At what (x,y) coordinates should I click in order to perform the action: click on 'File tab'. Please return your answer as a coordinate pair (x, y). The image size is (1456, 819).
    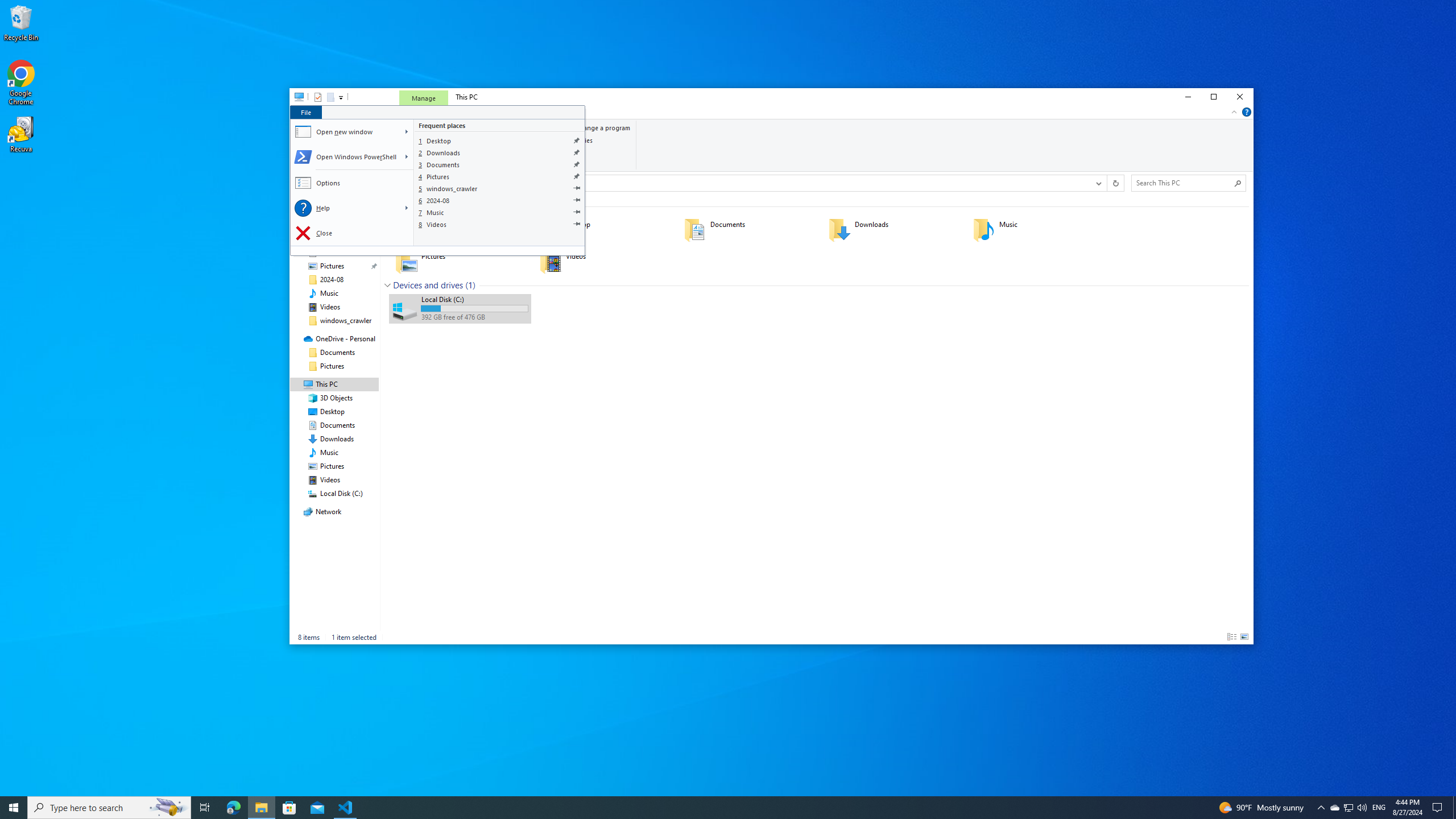
    Looking at the image, I should click on (305, 111).